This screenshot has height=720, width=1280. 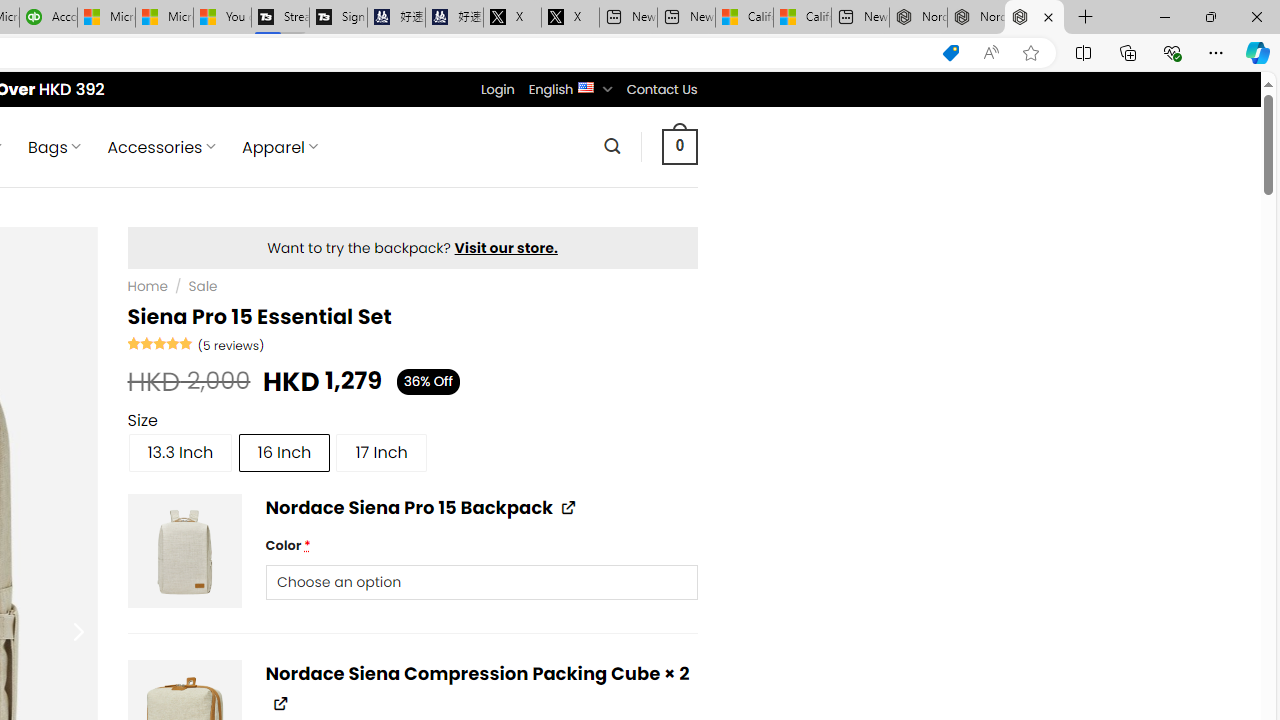 I want to click on 'Nordace - Best Sellers', so click(x=917, y=17).